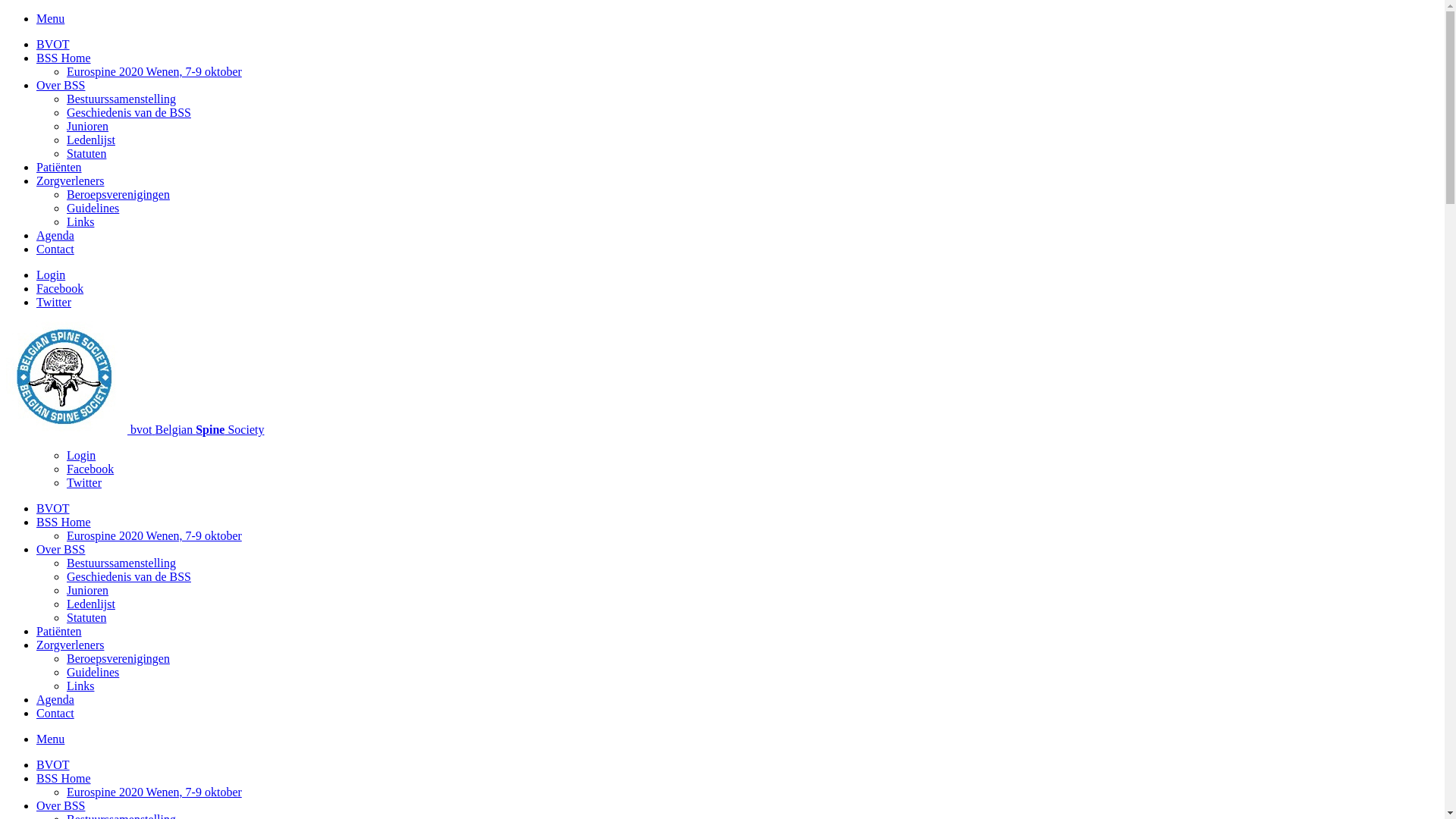 Image resolution: width=1456 pixels, height=819 pixels. Describe the element at coordinates (154, 535) in the screenshot. I see `'Eurospine 2020 Wenen, 7-9 oktober'` at that location.